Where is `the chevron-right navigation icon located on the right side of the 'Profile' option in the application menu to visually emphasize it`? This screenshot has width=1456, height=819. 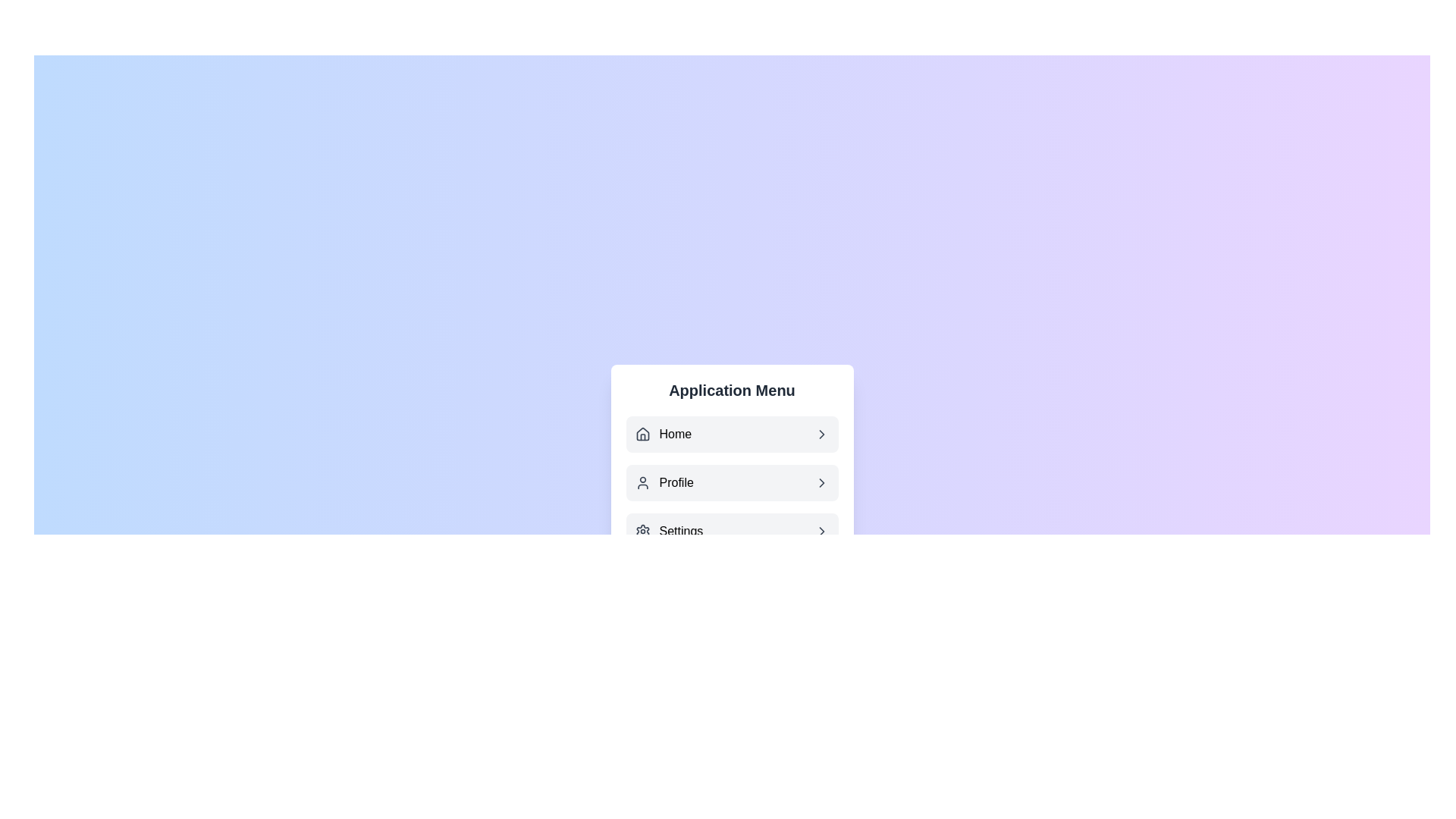
the chevron-right navigation icon located on the right side of the 'Profile' option in the application menu to visually emphasize it is located at coordinates (821, 482).